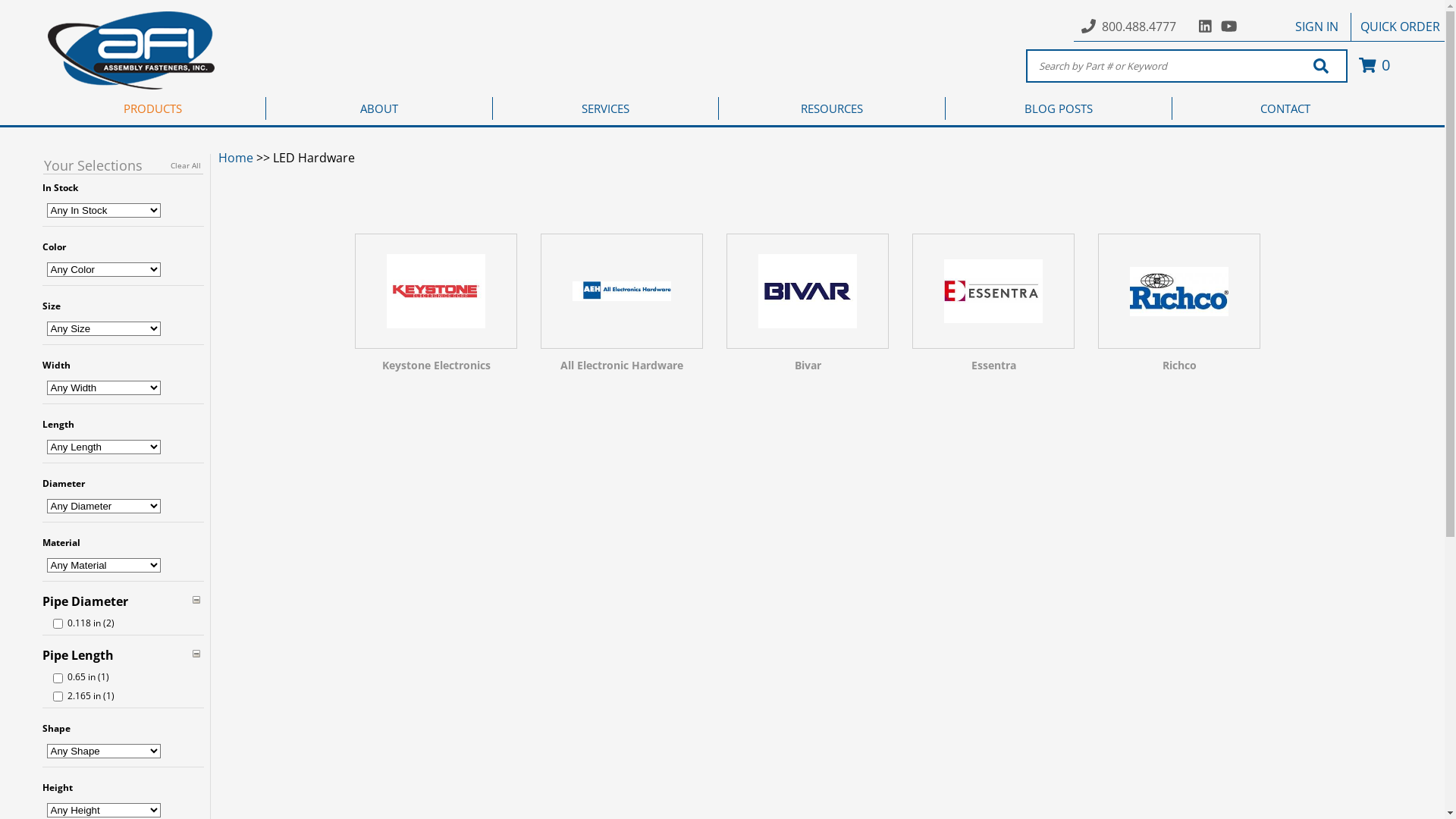 Image resolution: width=1456 pixels, height=819 pixels. What do you see at coordinates (58, 696) in the screenshot?
I see `'2@@2e165 in'` at bounding box center [58, 696].